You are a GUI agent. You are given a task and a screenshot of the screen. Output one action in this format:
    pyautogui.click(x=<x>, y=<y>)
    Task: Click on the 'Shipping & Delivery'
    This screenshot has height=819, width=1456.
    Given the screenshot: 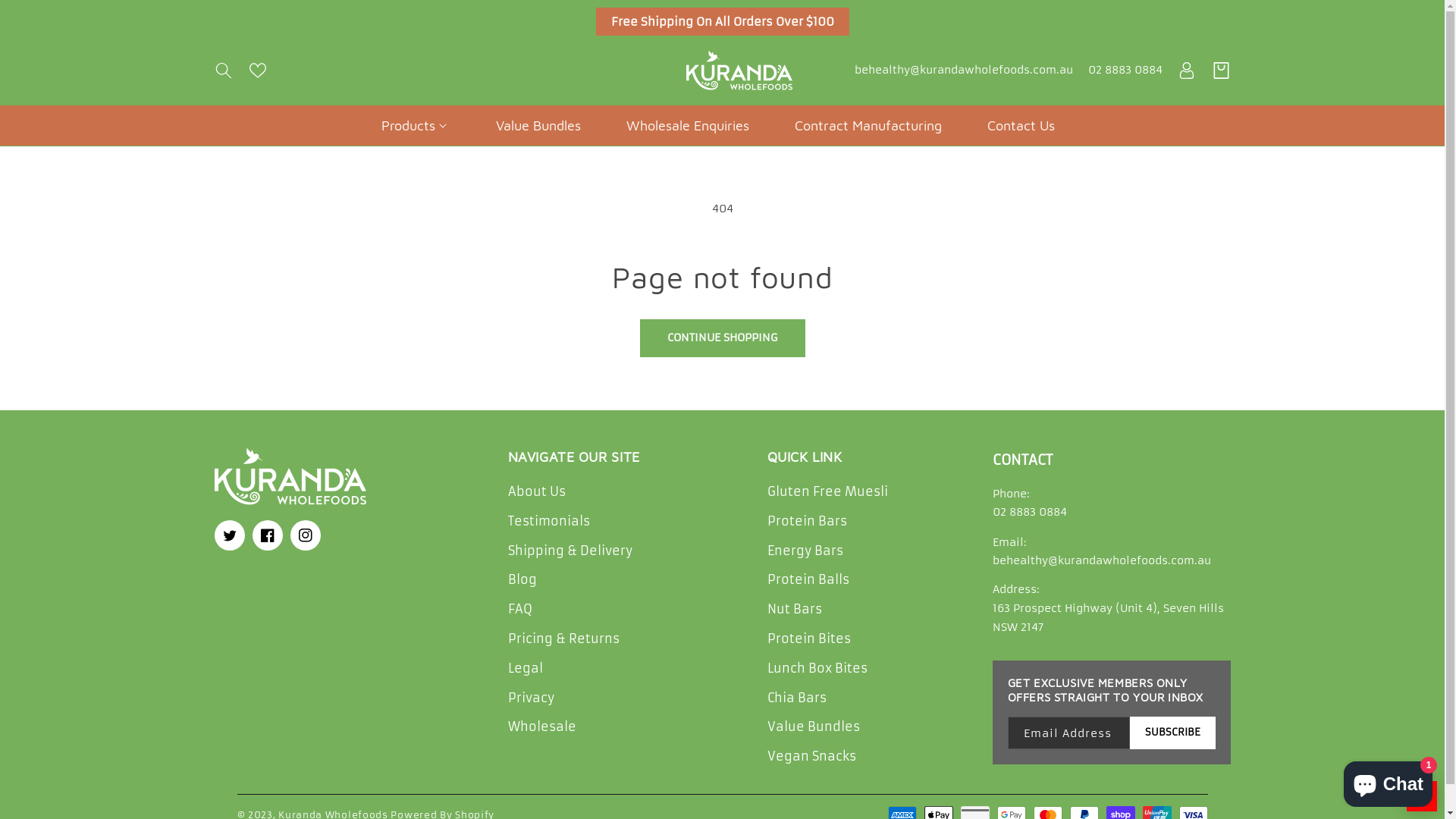 What is the action you would take?
    pyautogui.click(x=570, y=551)
    